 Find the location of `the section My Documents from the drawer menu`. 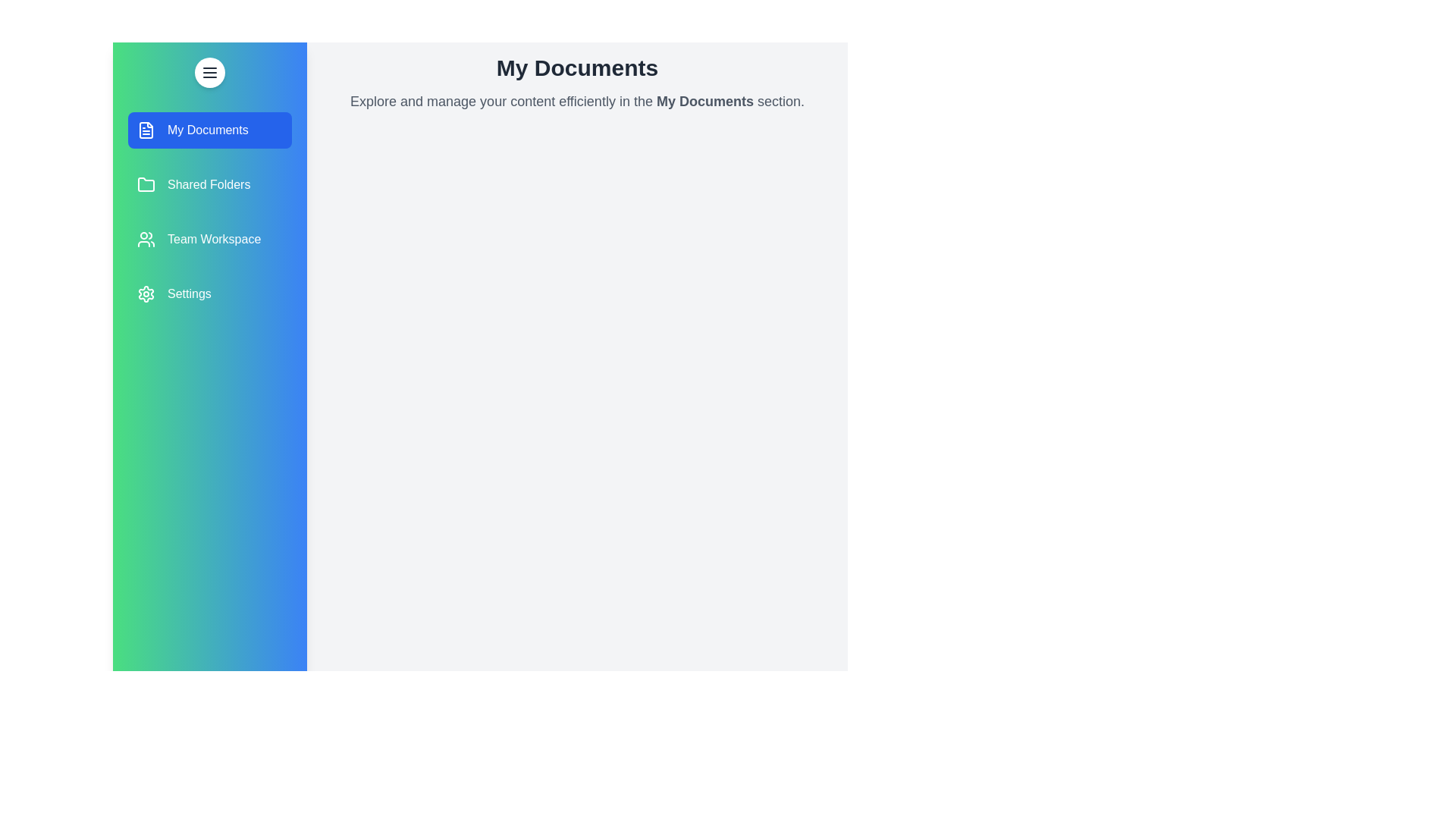

the section My Documents from the drawer menu is located at coordinates (209, 130).